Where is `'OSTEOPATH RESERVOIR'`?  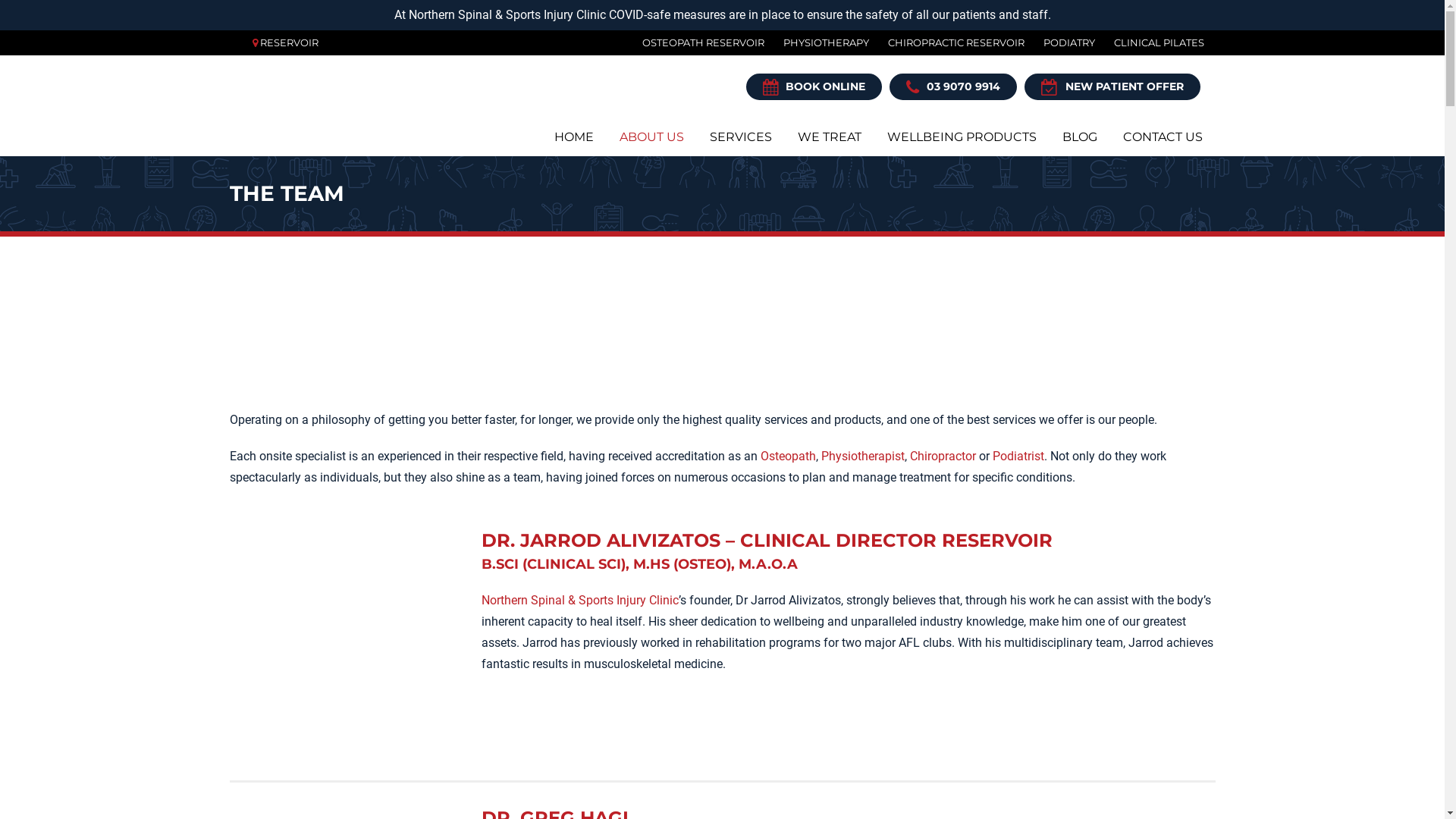
'OSTEOPATH RESERVOIR' is located at coordinates (693, 42).